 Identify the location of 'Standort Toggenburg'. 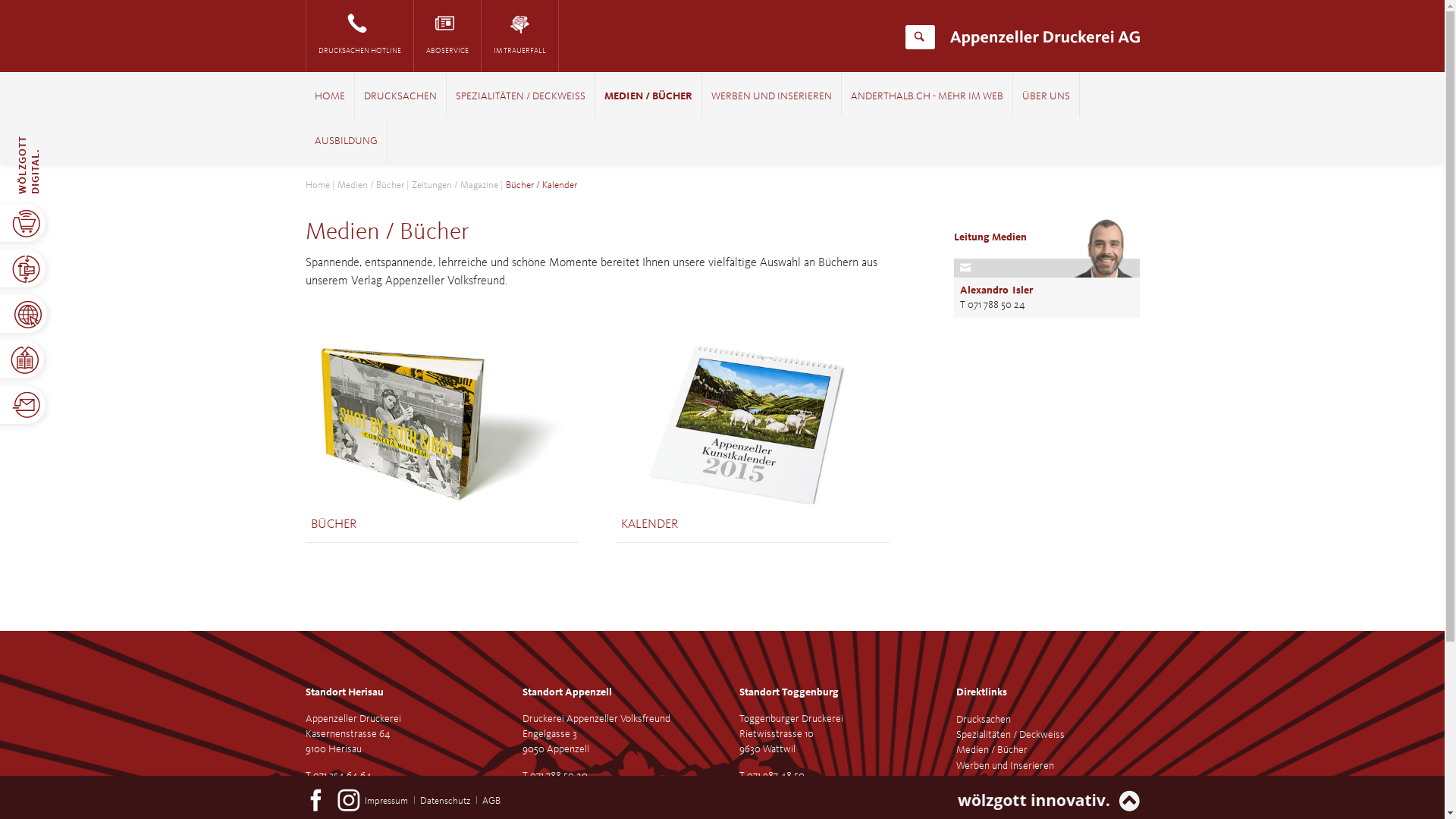
(788, 692).